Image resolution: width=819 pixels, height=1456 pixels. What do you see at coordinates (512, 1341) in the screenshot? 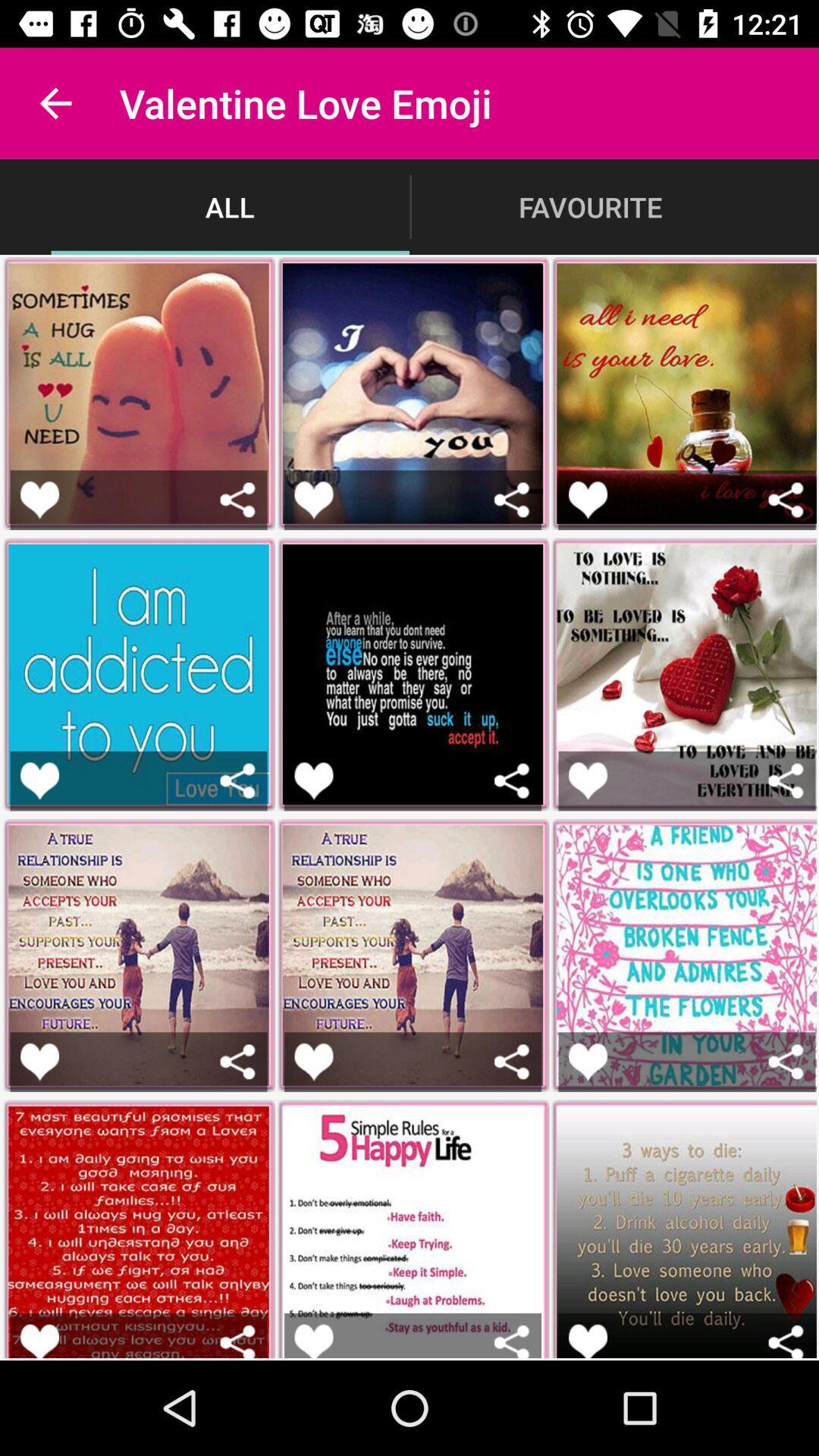
I see `share image` at bounding box center [512, 1341].